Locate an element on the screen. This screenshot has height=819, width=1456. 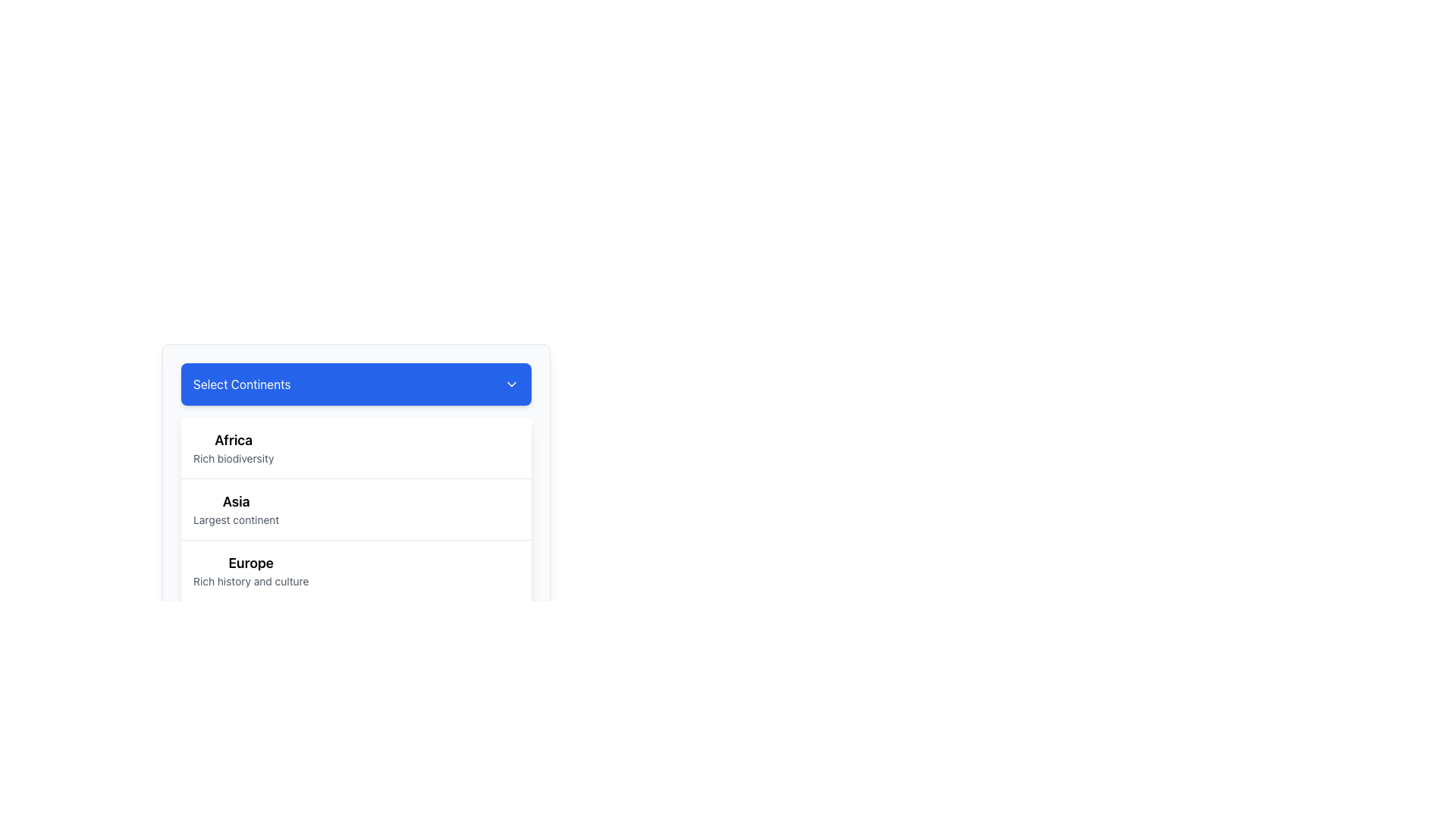
the first option in the dropdown list titled 'Select Continents' is located at coordinates (233, 447).